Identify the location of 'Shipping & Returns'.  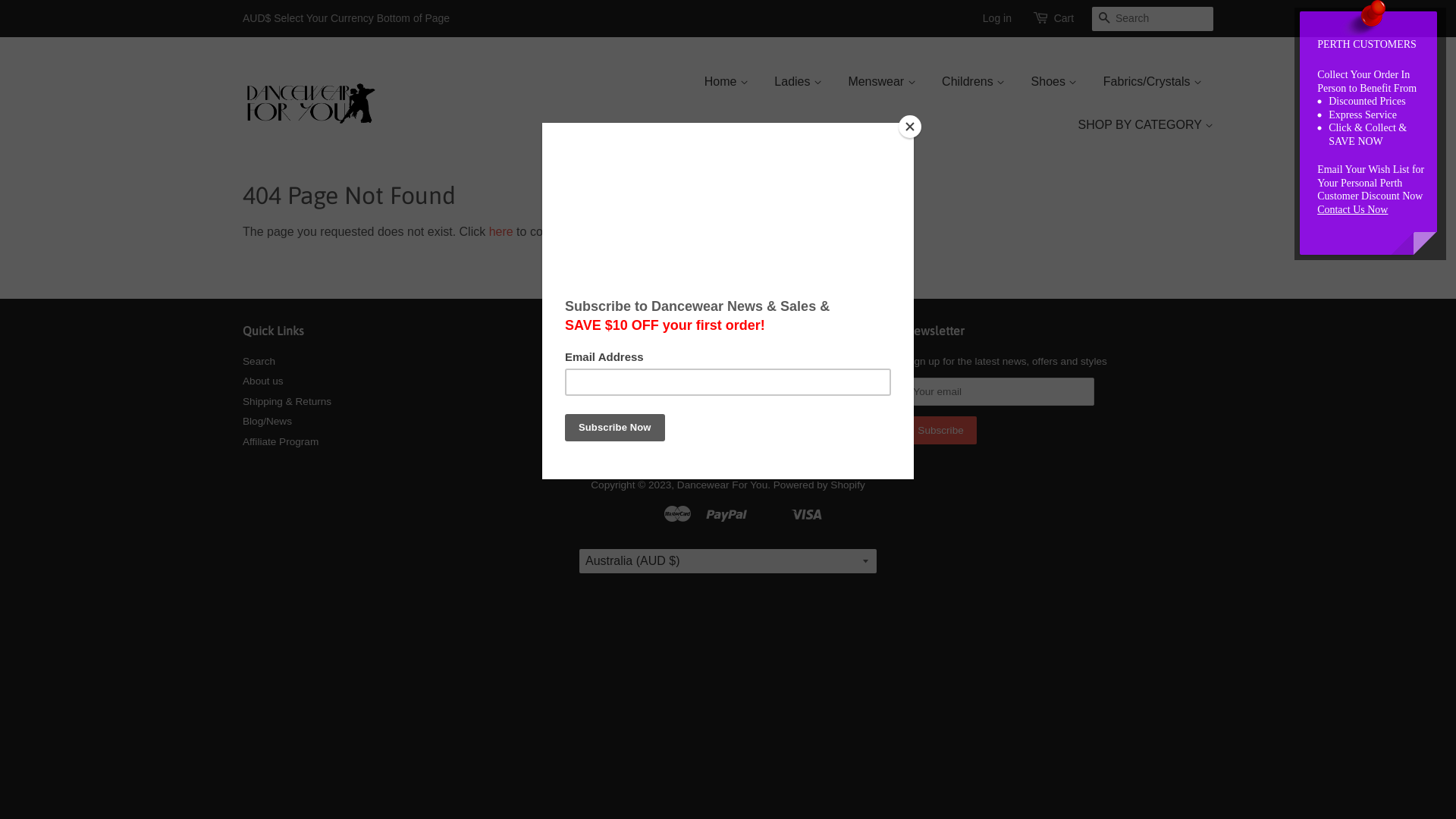
(287, 400).